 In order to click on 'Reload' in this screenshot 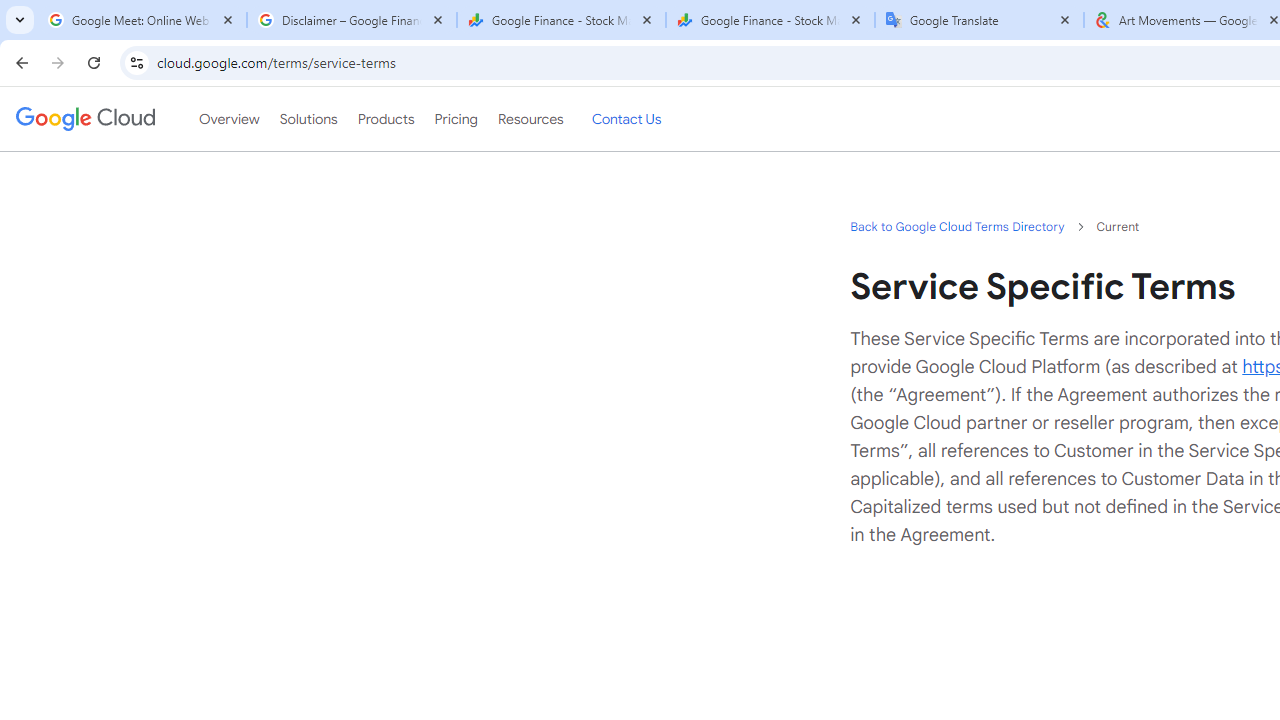, I will do `click(93, 61)`.